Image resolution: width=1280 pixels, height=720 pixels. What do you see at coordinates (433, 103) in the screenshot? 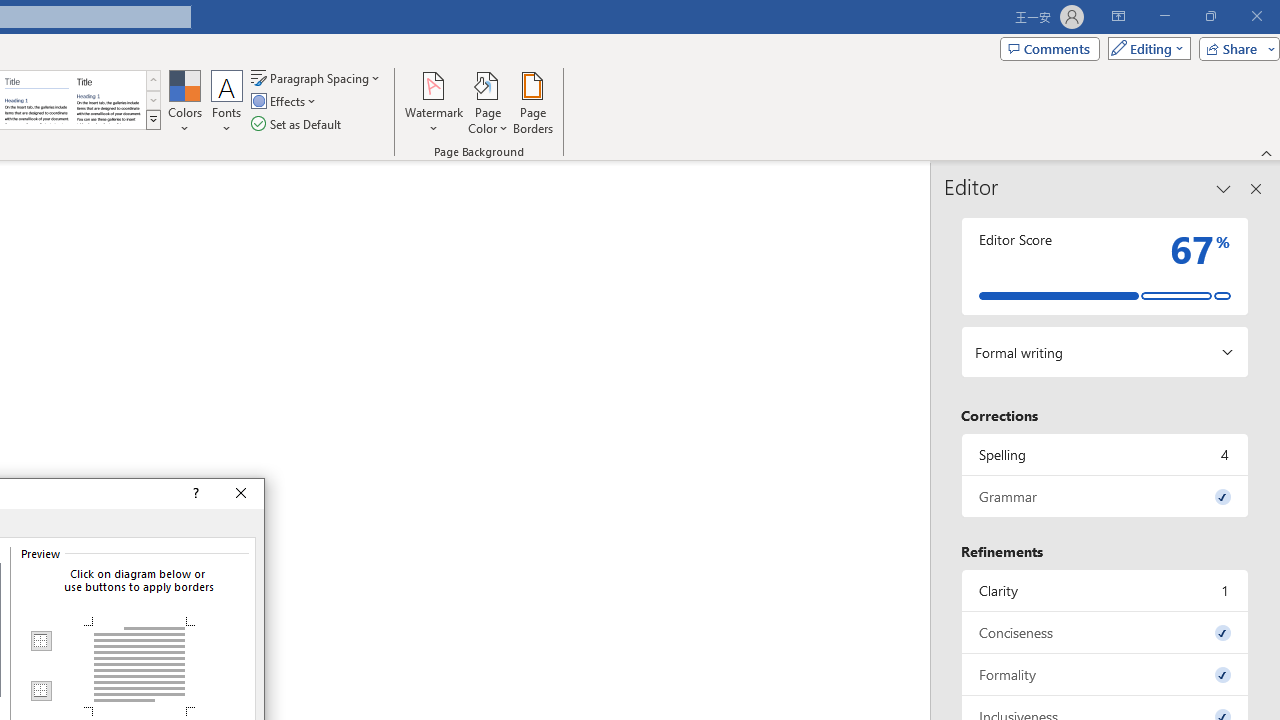
I see `'Watermark'` at bounding box center [433, 103].